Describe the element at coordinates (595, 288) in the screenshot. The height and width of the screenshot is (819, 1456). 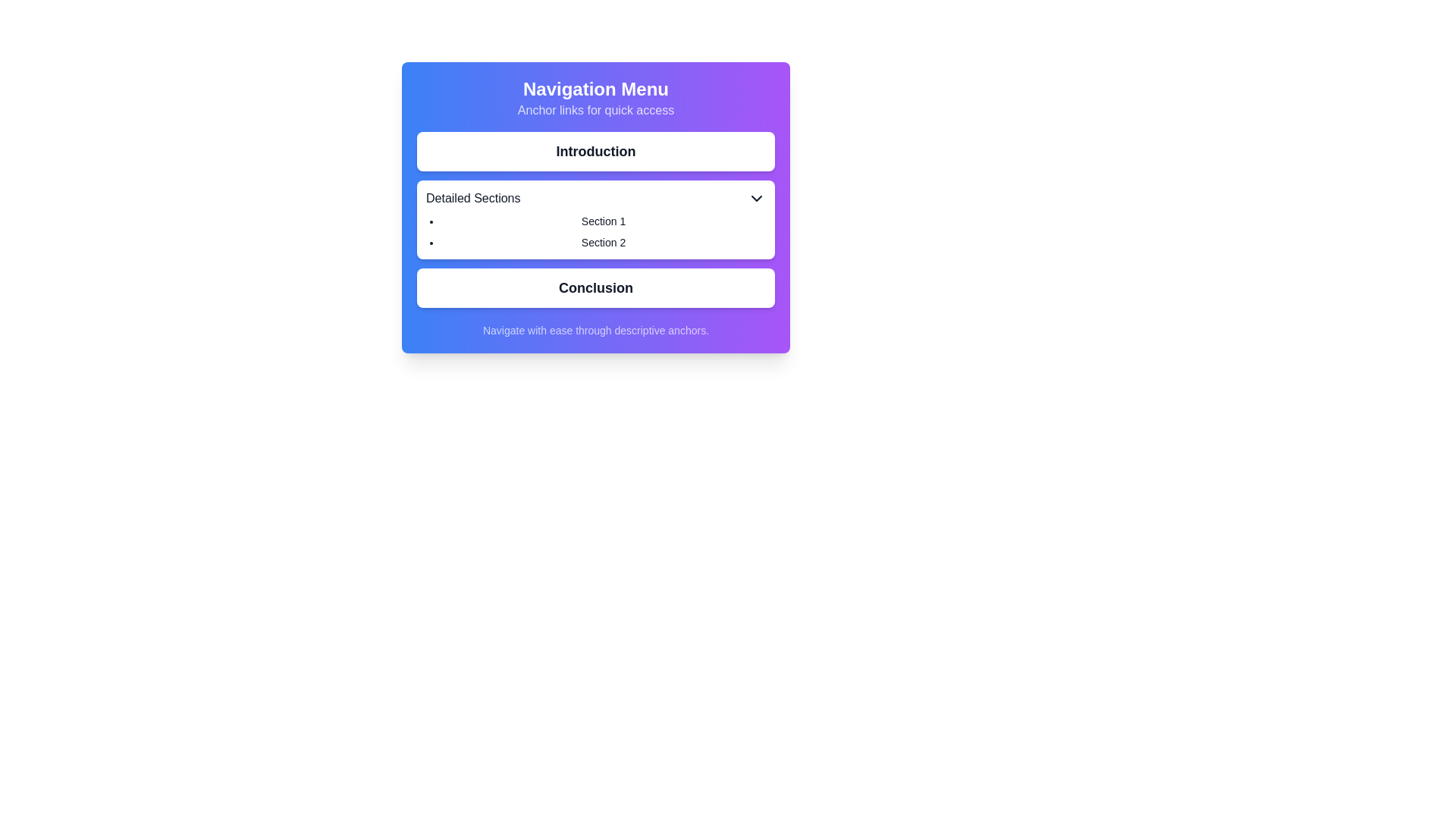
I see `the clickable text link styled in bold, positioned at the lower edge of the purple gradient section` at that location.